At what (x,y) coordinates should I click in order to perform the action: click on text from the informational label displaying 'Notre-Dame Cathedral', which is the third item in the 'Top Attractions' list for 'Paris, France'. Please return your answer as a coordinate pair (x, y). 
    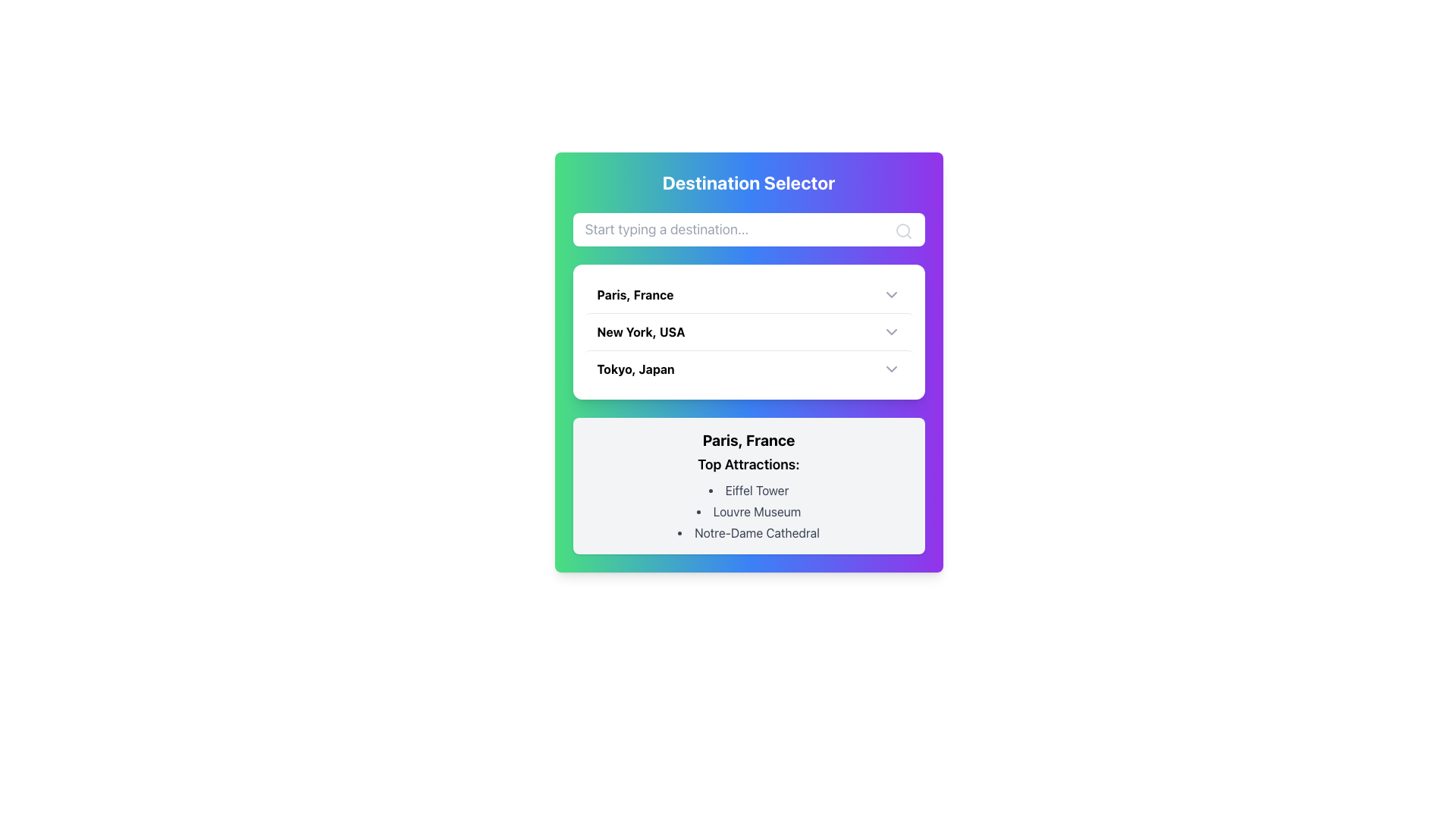
    Looking at the image, I should click on (748, 532).